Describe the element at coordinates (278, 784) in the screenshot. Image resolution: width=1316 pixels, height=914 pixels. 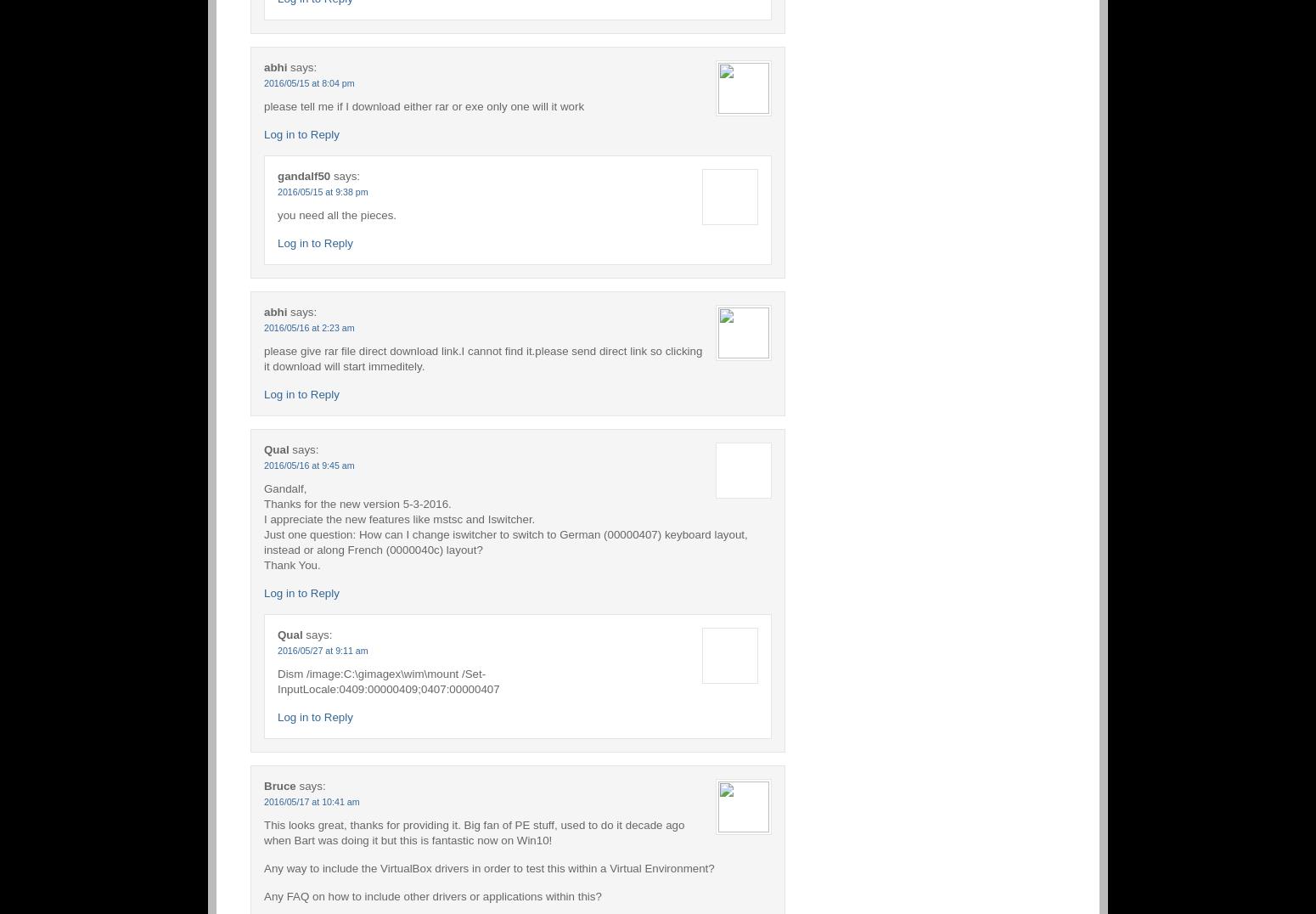
I see `'Bruce'` at that location.